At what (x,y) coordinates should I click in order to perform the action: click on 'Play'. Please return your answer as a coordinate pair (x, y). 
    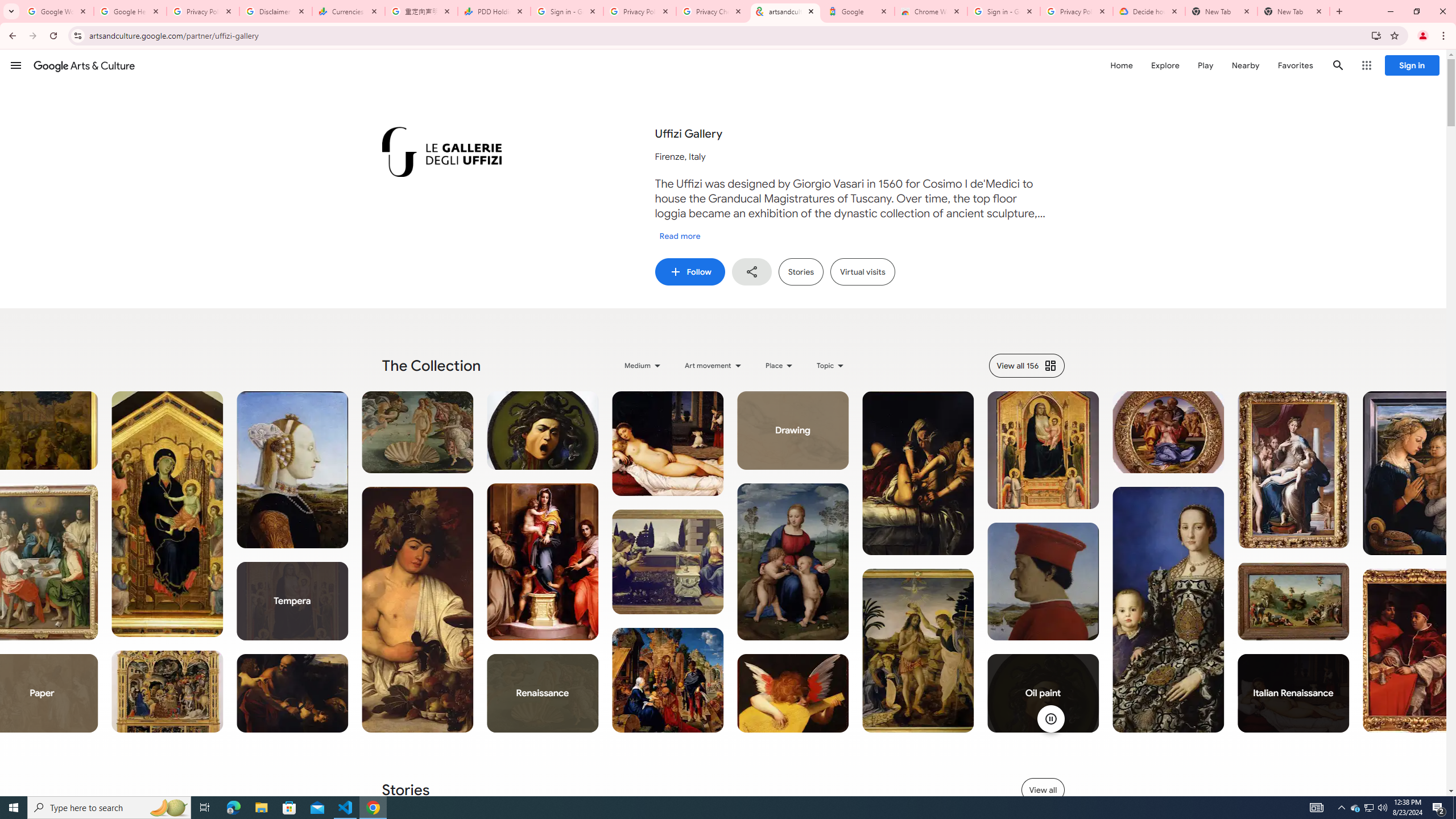
    Looking at the image, I should click on (1205, 65).